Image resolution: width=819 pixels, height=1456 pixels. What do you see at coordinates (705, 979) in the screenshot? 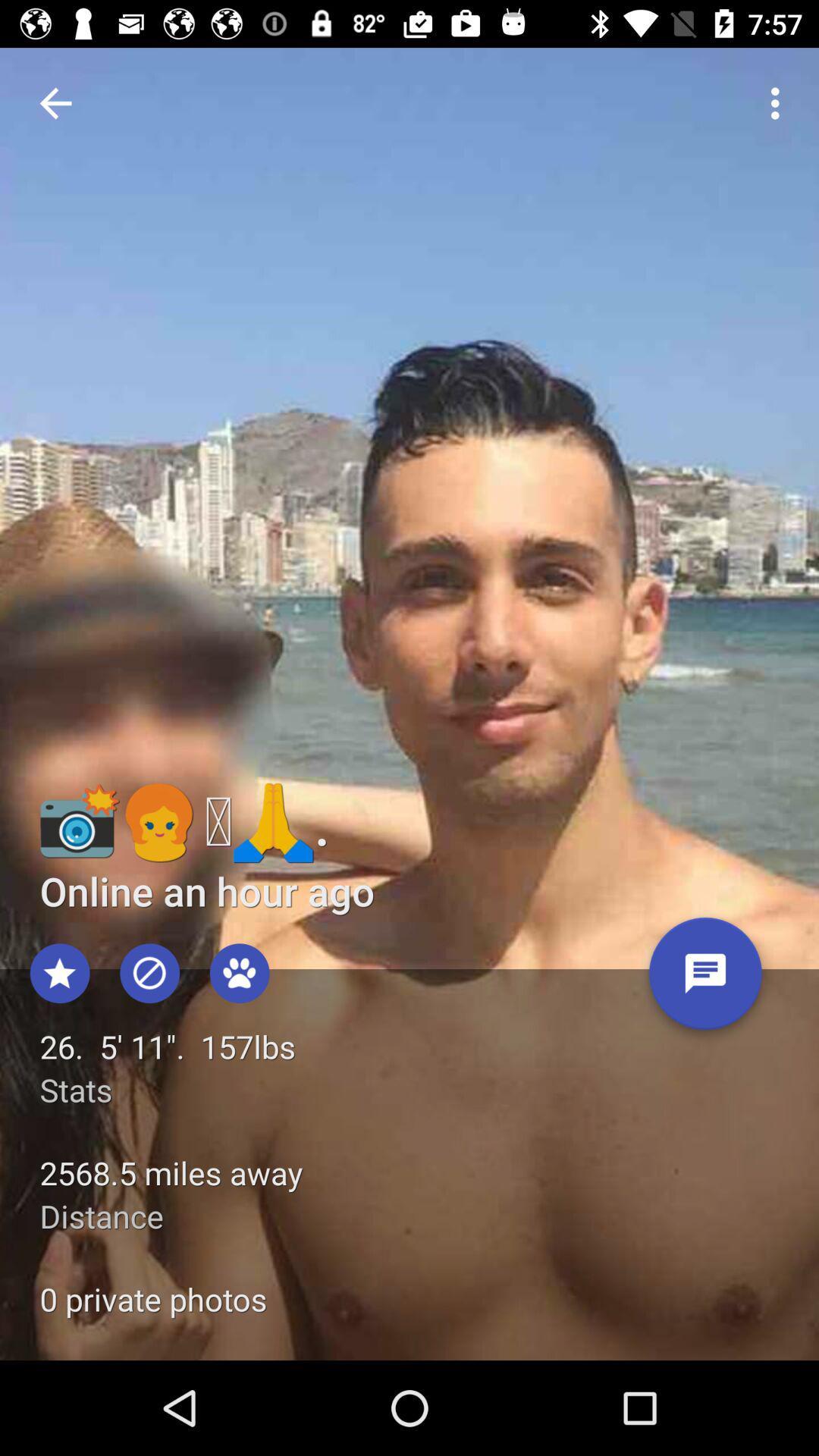
I see `messages` at bounding box center [705, 979].